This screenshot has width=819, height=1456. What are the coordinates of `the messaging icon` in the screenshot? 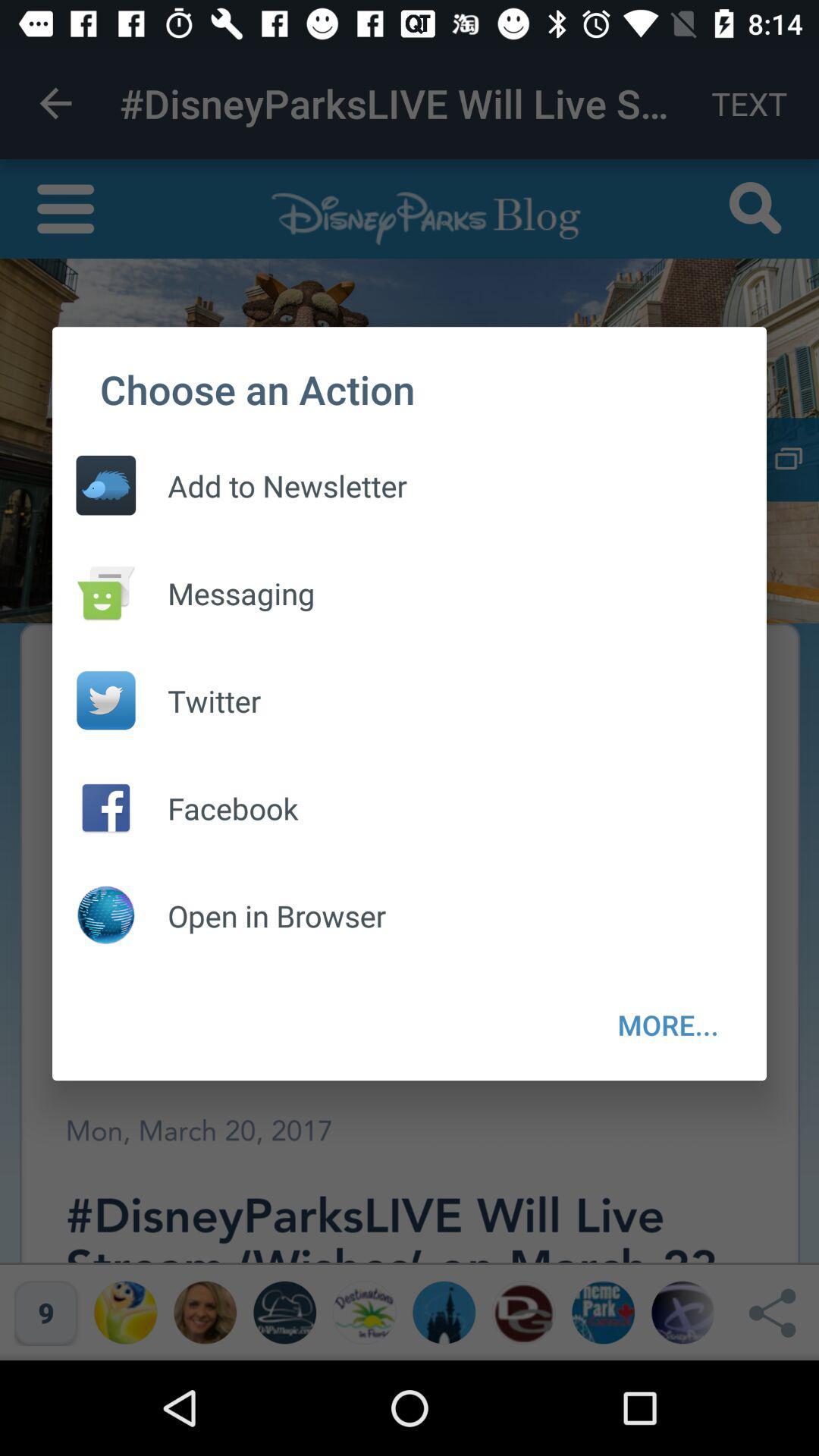 It's located at (225, 592).